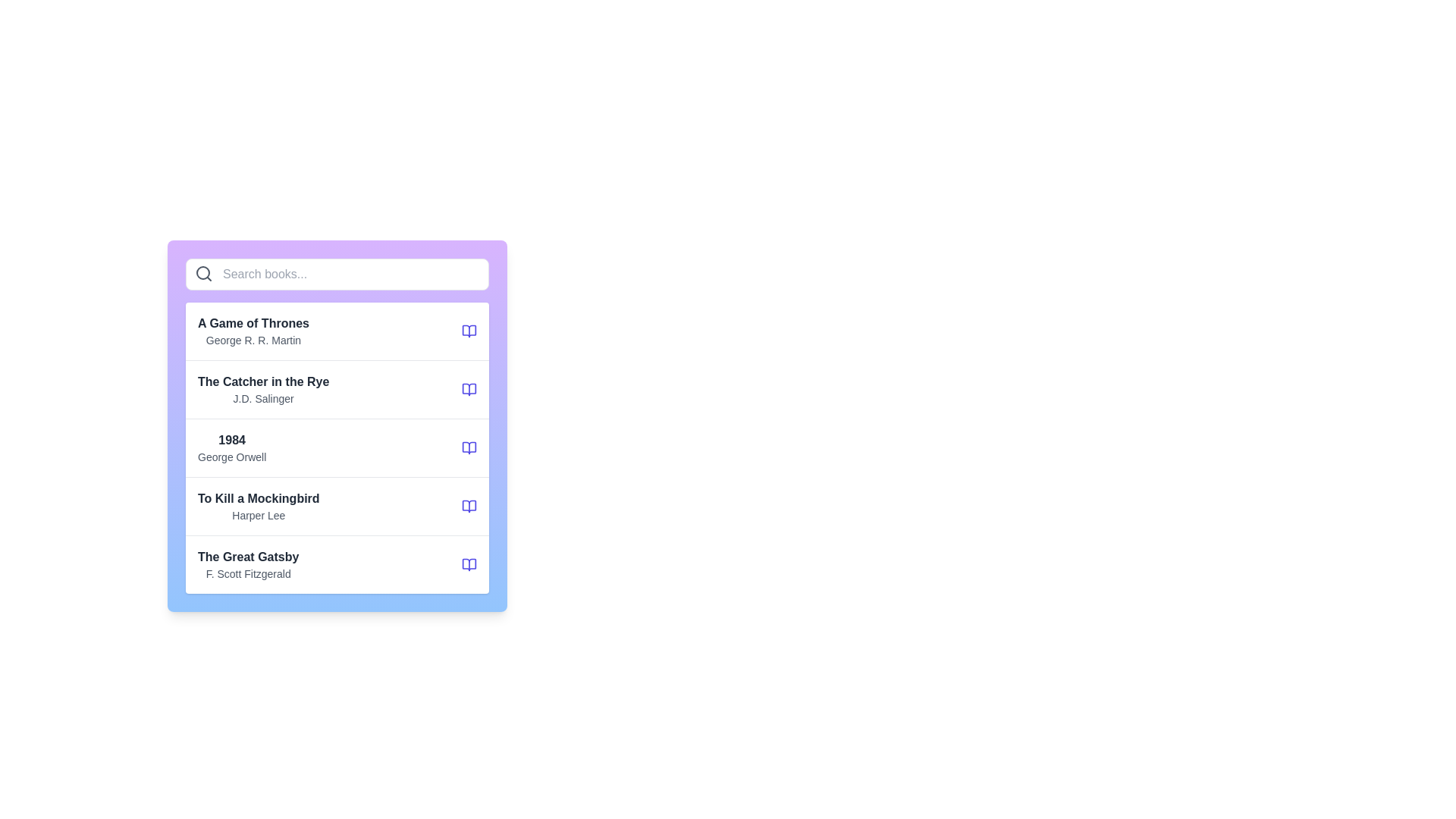  Describe the element at coordinates (469, 564) in the screenshot. I see `the open book icon in text-indigo-600 color located near the bottom-right corner of 'The Great Gatsby' box` at that location.